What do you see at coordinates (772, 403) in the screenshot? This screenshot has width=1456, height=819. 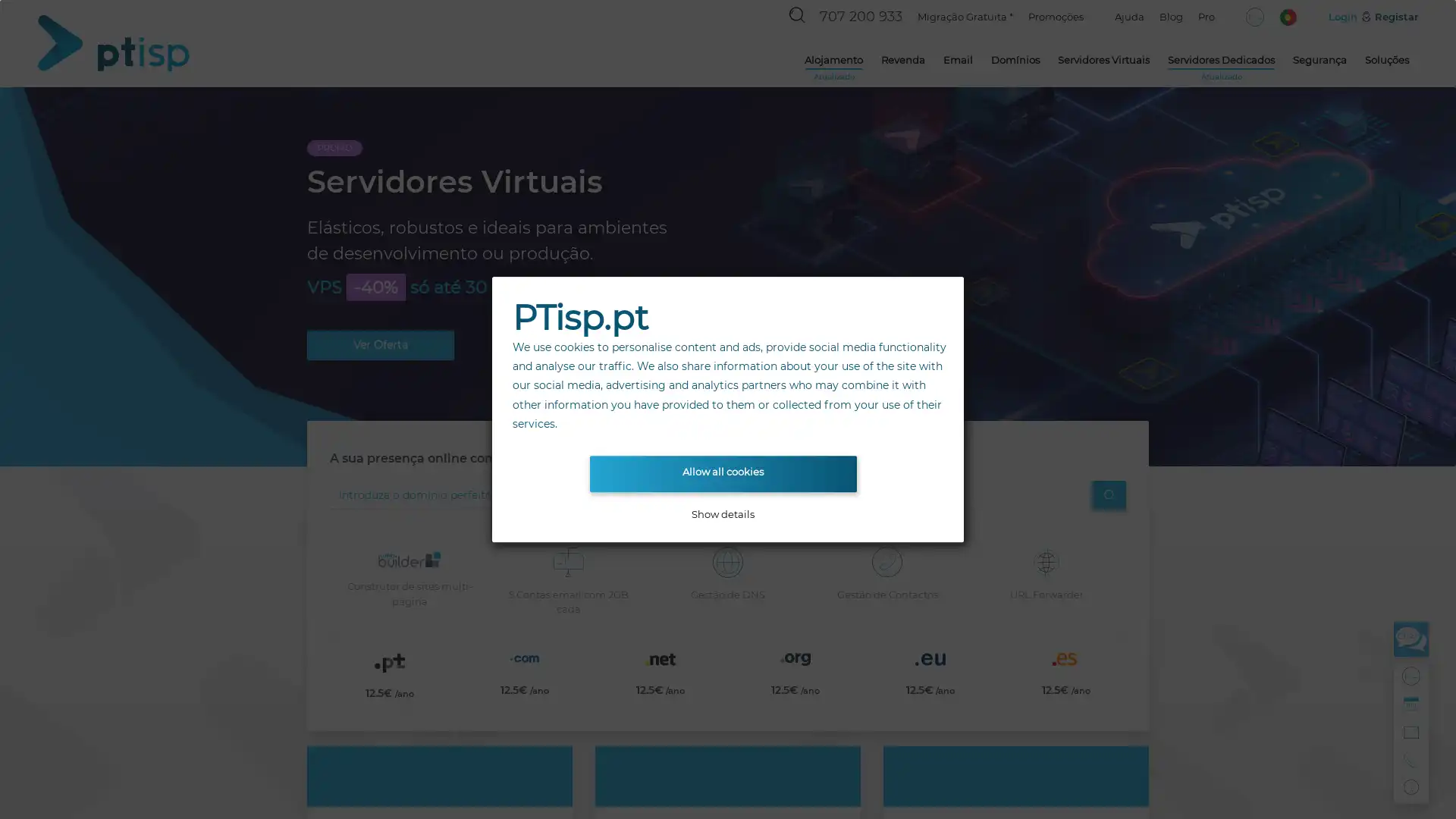 I see `Go to slide 4` at bounding box center [772, 403].